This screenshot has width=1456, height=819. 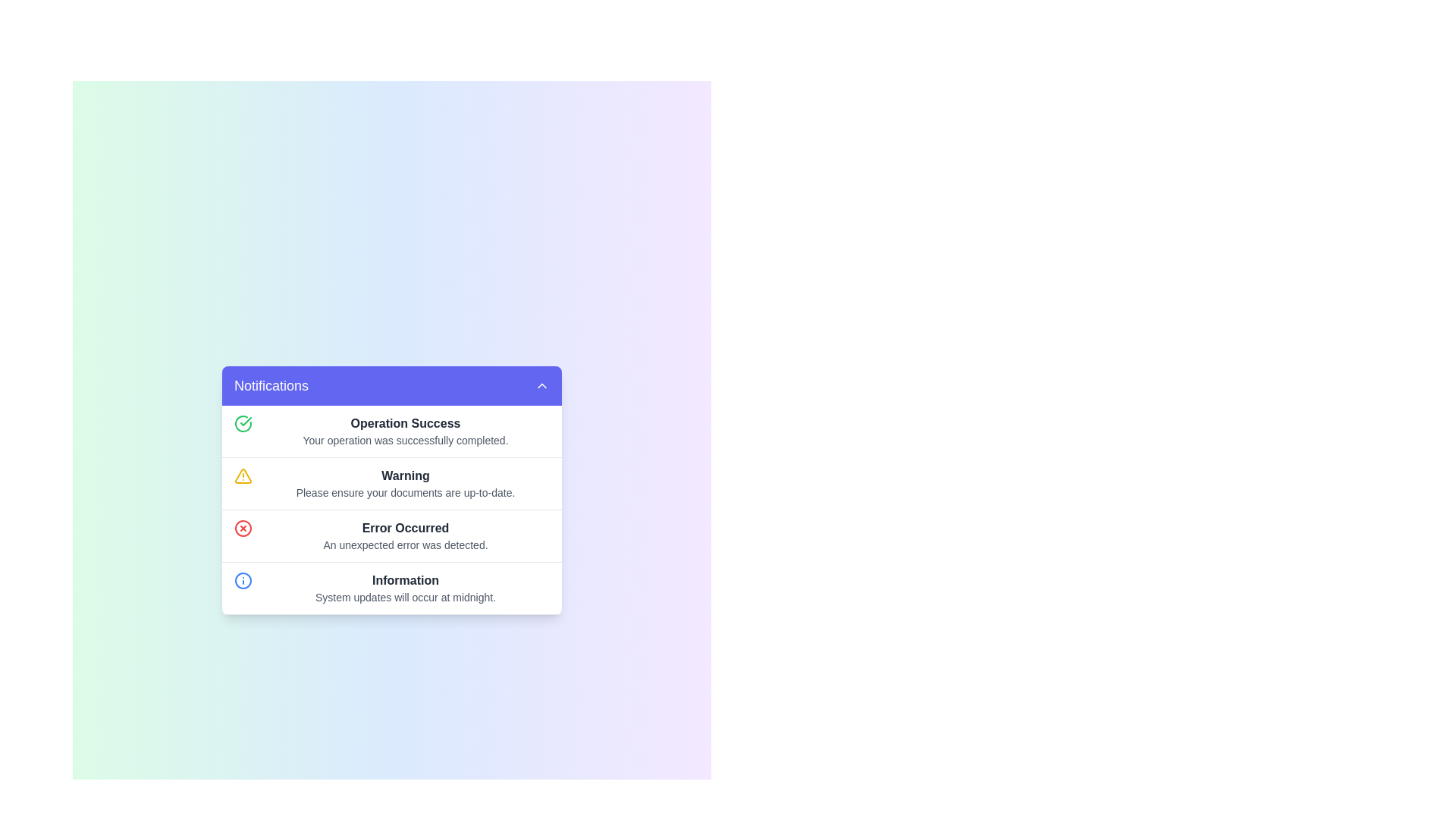 I want to click on the notification item that conveys information about system updates occurring at midnight, located as the fourth item in the notification panel below the 'Error Occurred' notification, so click(x=392, y=588).